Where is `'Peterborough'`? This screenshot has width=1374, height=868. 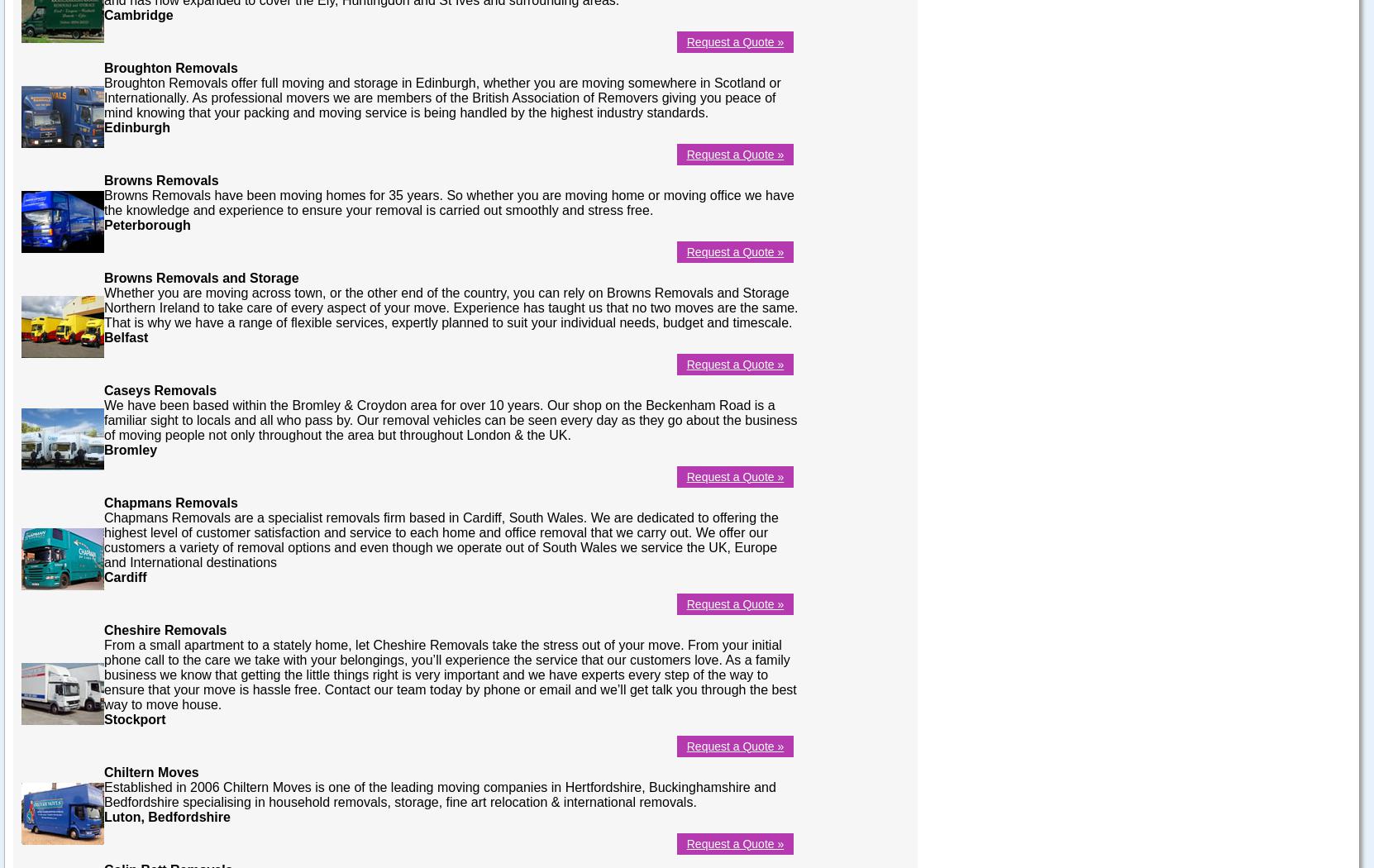
'Peterborough' is located at coordinates (146, 223).